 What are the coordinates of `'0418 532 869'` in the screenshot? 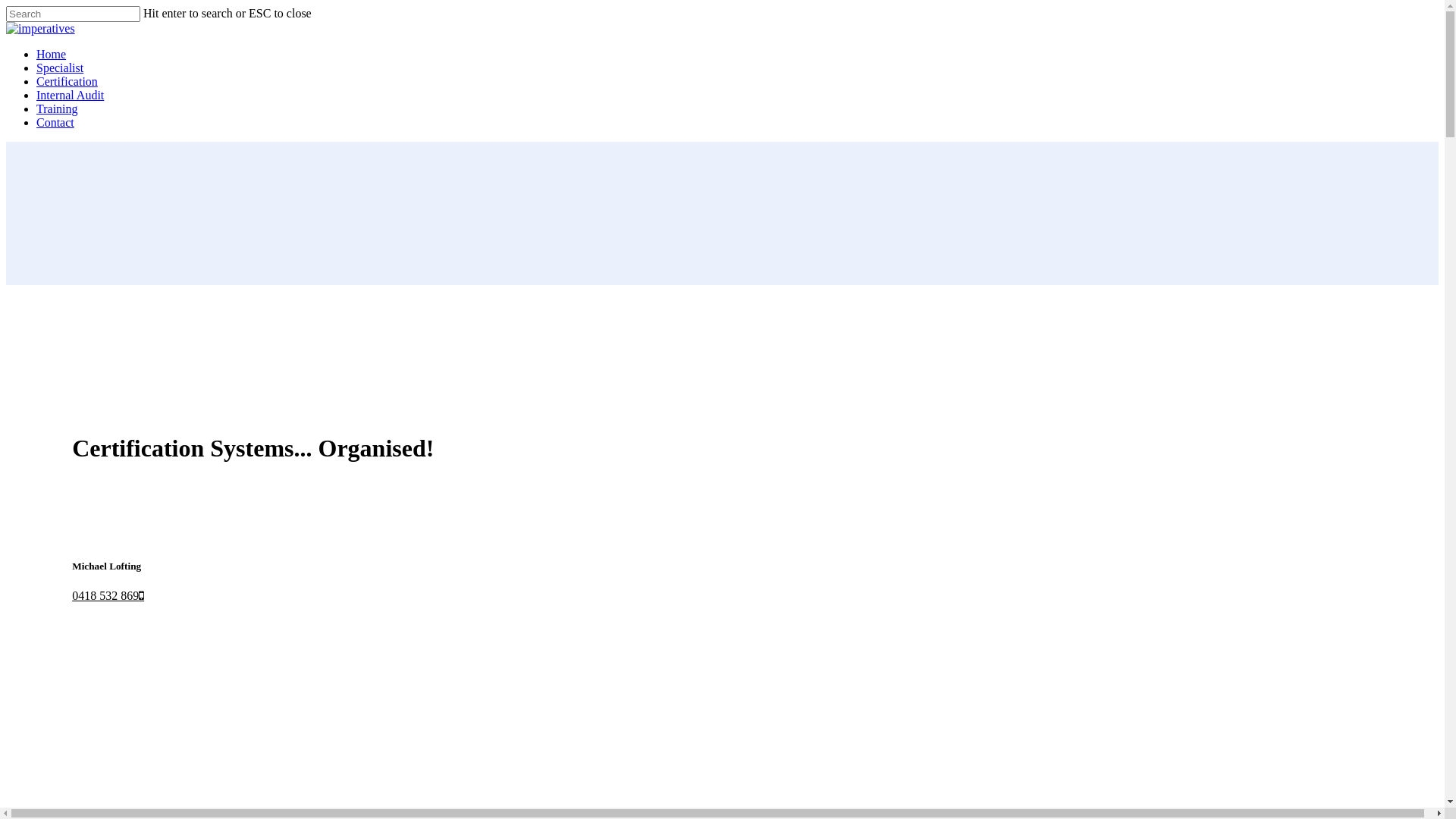 It's located at (107, 595).